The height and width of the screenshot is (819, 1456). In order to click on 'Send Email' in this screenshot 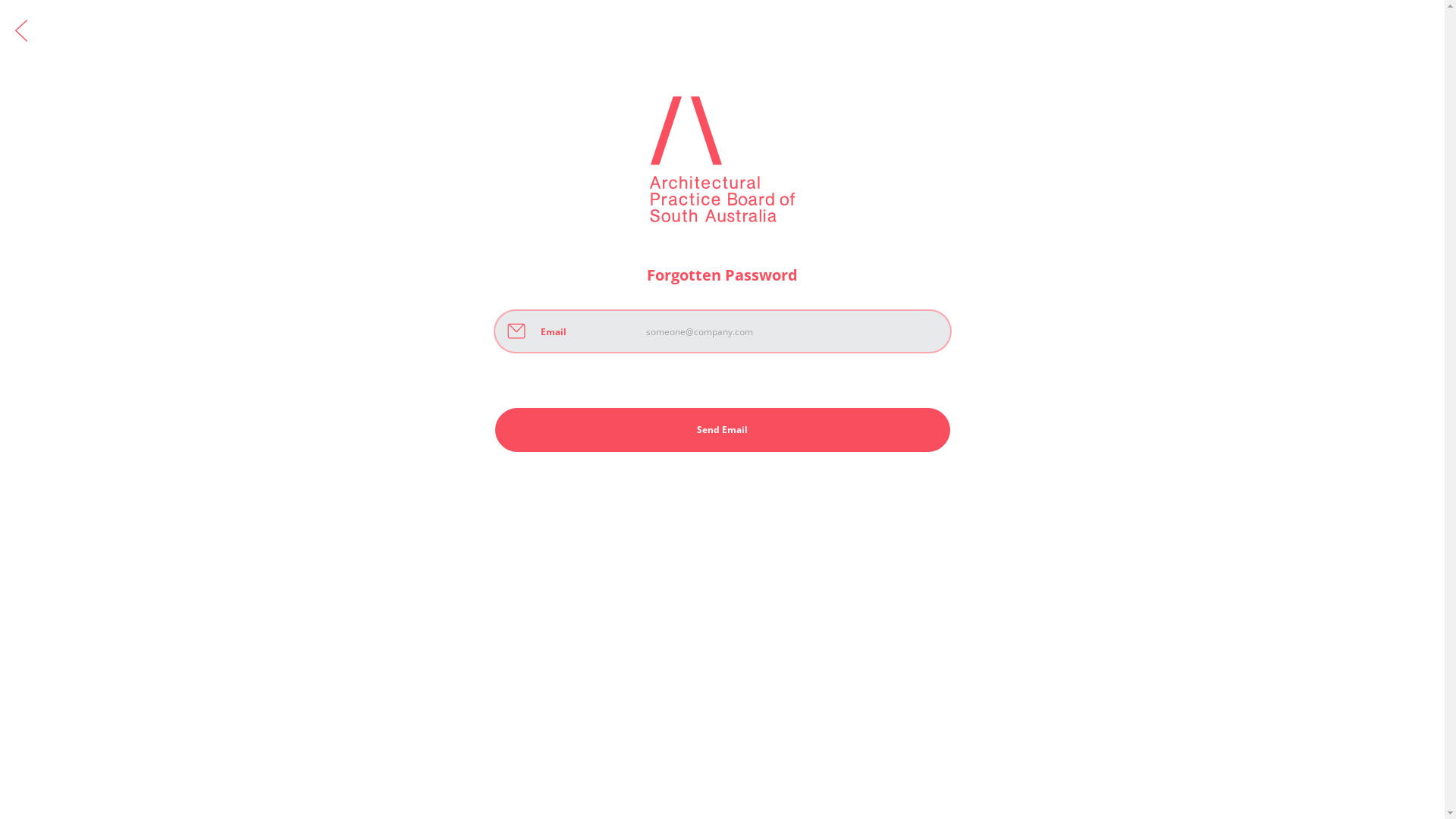, I will do `click(720, 430)`.